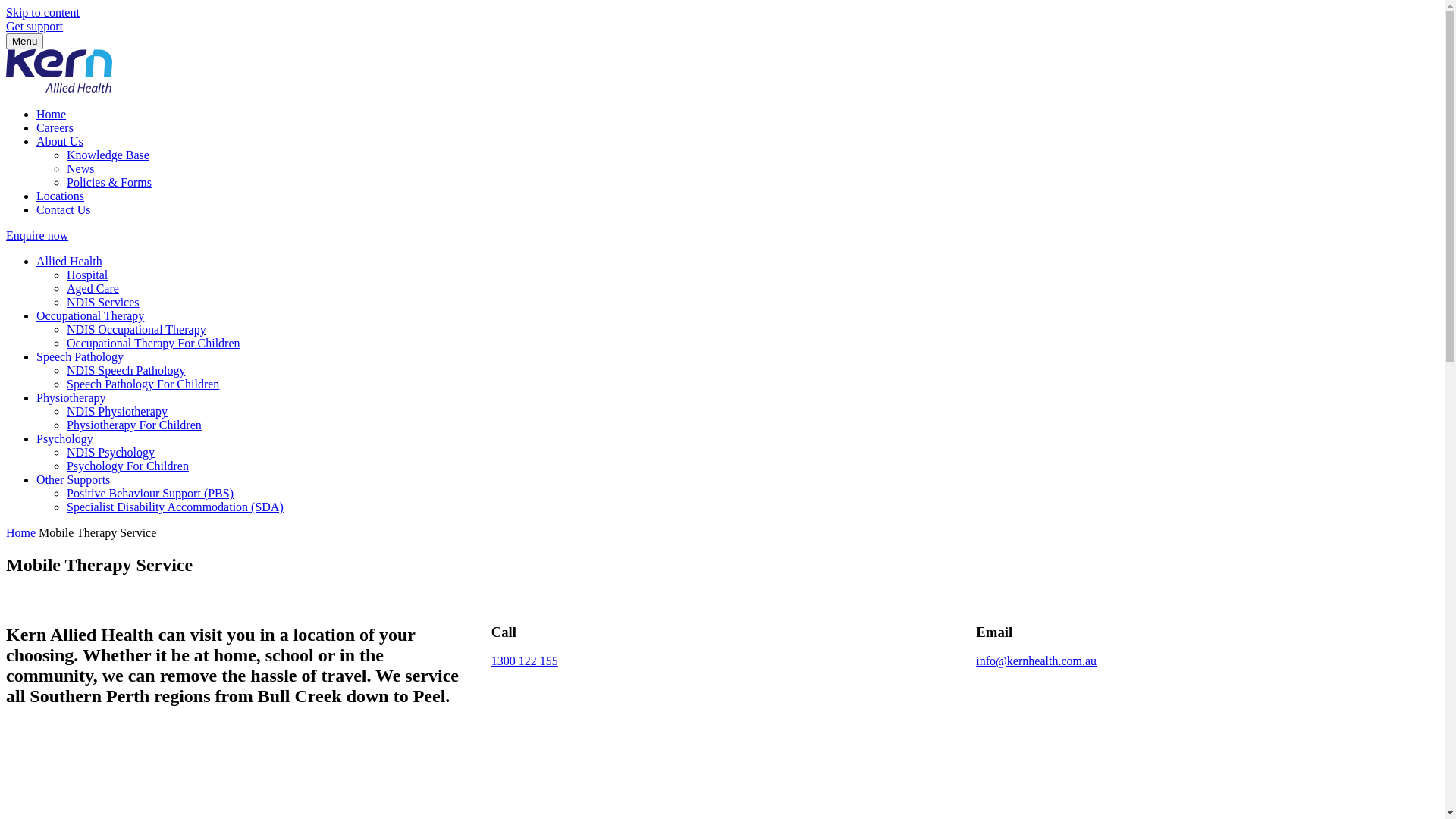 This screenshot has height=819, width=1456. What do you see at coordinates (149, 493) in the screenshot?
I see `'Positive Behaviour Support (PBS)'` at bounding box center [149, 493].